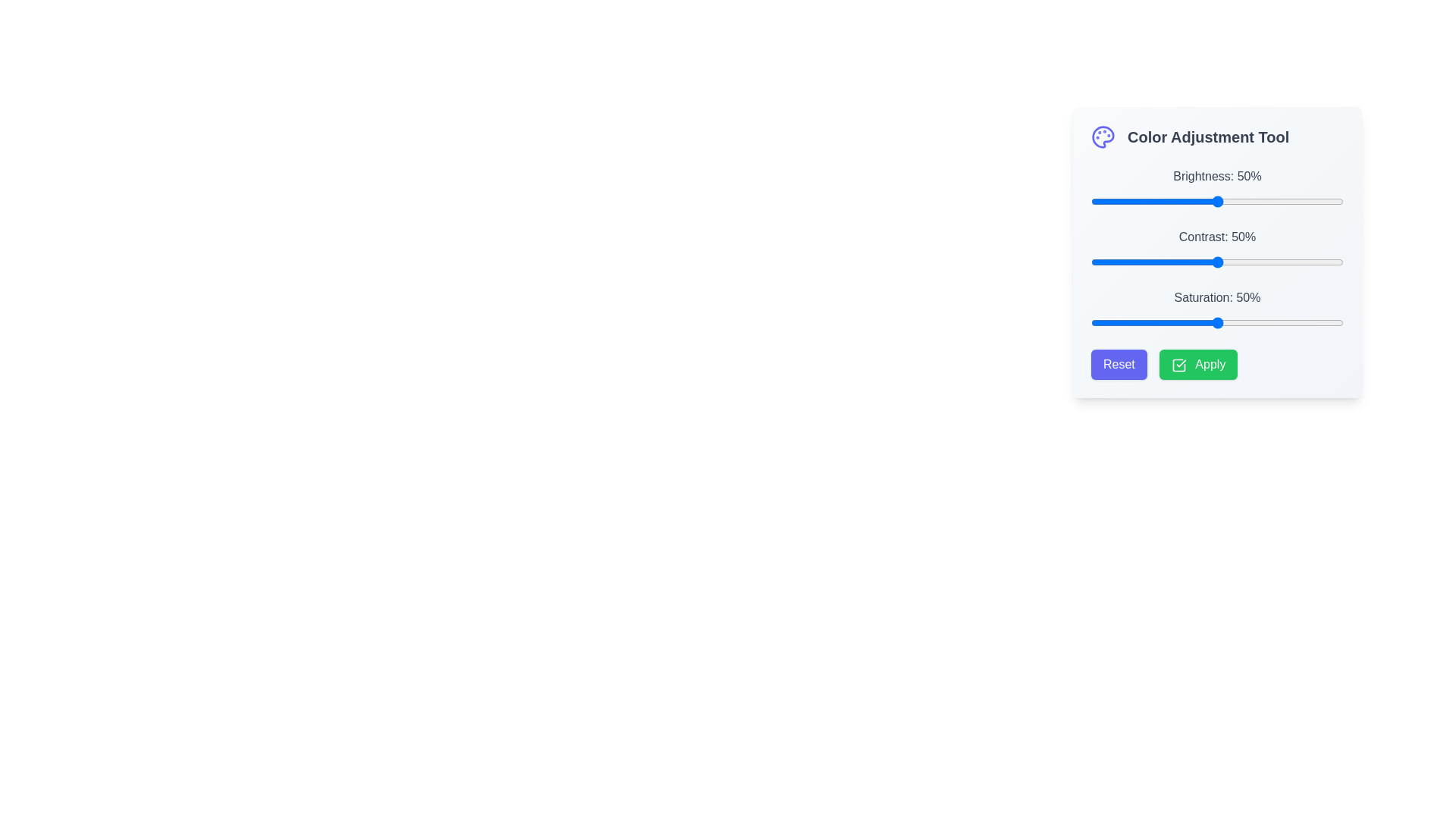 The height and width of the screenshot is (819, 1456). Describe the element at coordinates (1217, 322) in the screenshot. I see `the thumb of the saturation slider, located beneath the label 'Saturation: 50%'` at that location.